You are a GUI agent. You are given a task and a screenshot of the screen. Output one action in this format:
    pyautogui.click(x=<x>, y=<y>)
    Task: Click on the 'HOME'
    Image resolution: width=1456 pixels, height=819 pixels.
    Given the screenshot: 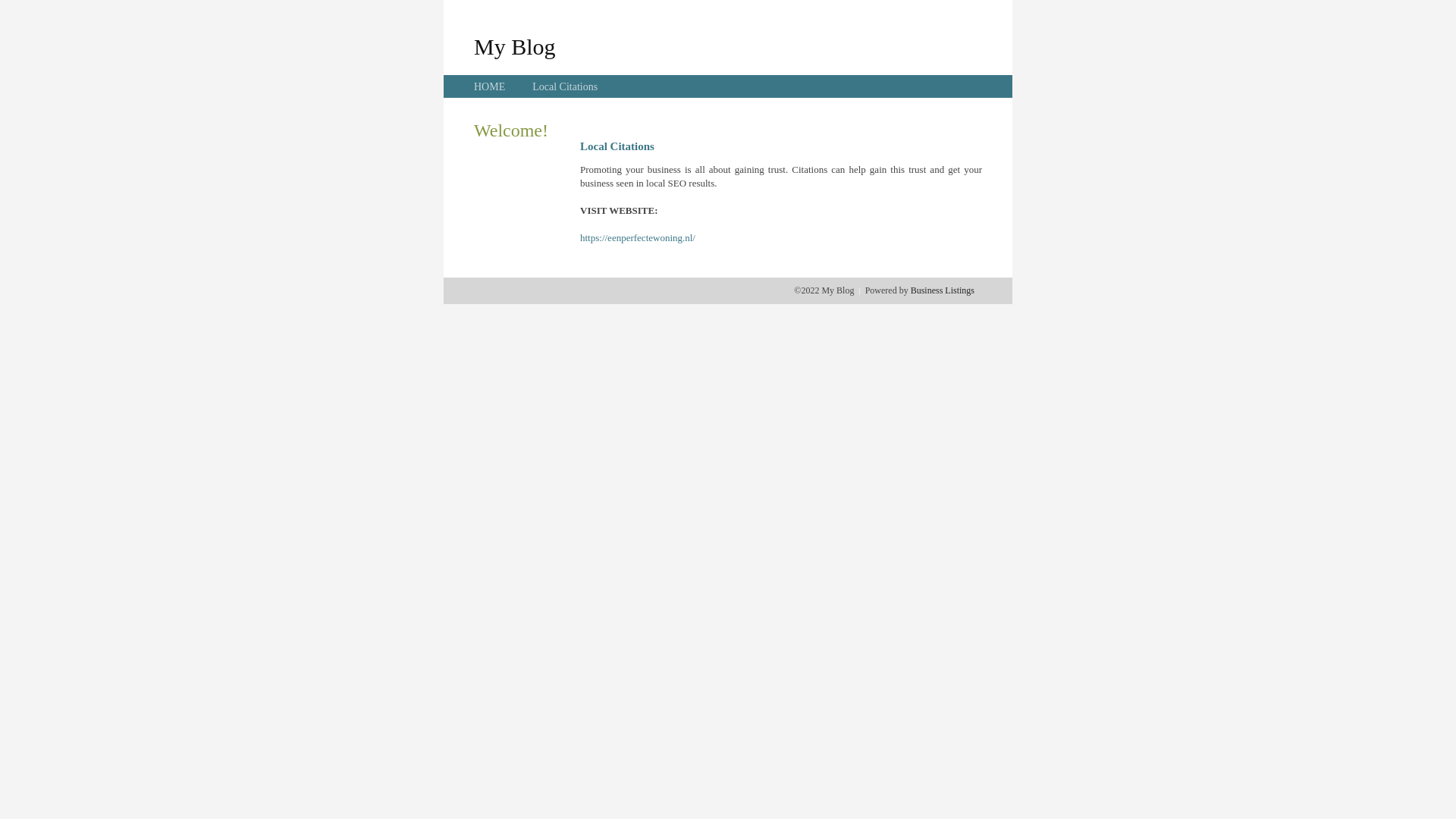 What is the action you would take?
    pyautogui.click(x=489, y=86)
    